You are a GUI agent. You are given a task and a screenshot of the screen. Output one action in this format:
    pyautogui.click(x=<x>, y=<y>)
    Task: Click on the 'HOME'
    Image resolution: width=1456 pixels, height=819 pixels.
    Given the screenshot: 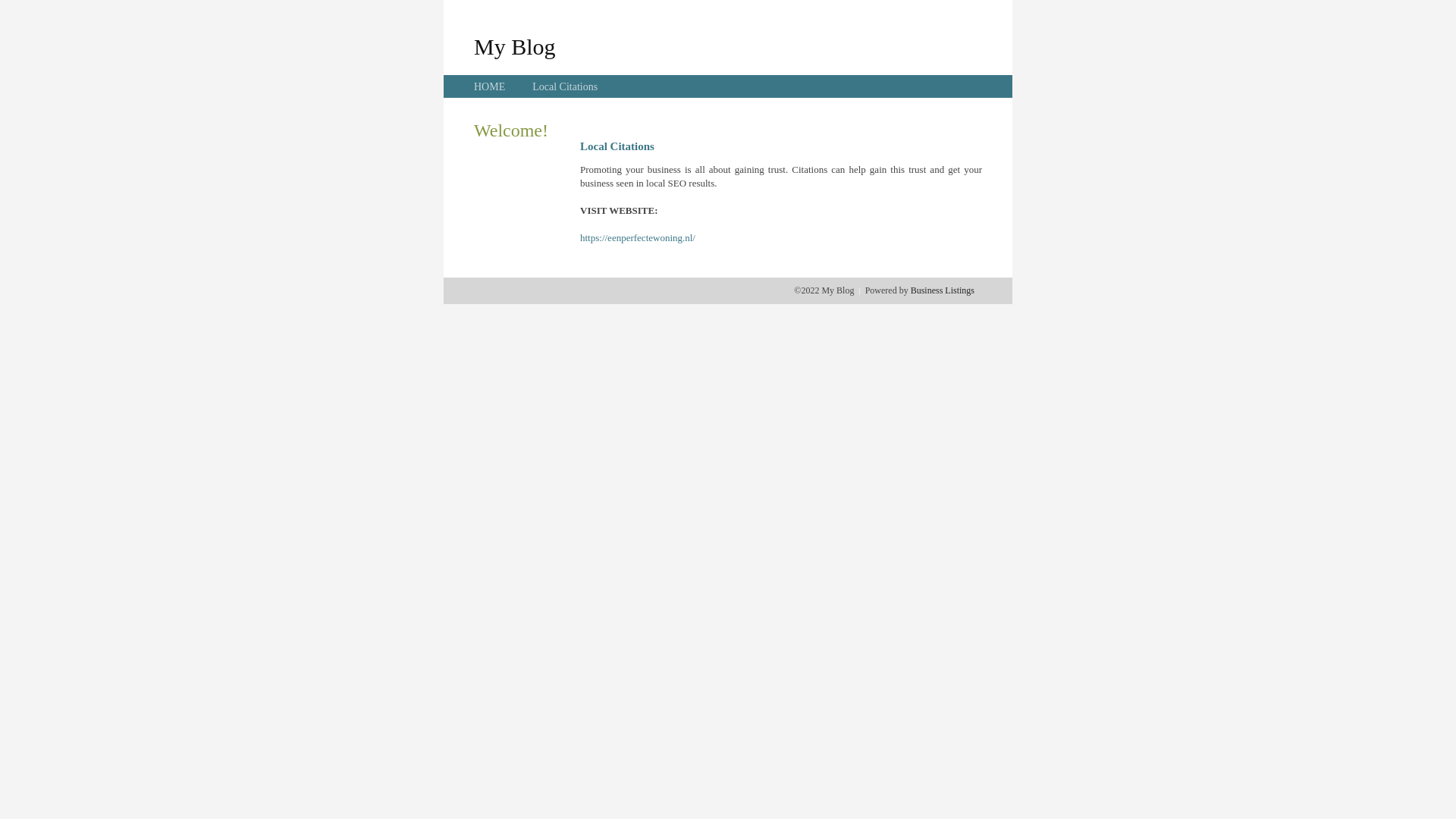 What is the action you would take?
    pyautogui.click(x=489, y=86)
    